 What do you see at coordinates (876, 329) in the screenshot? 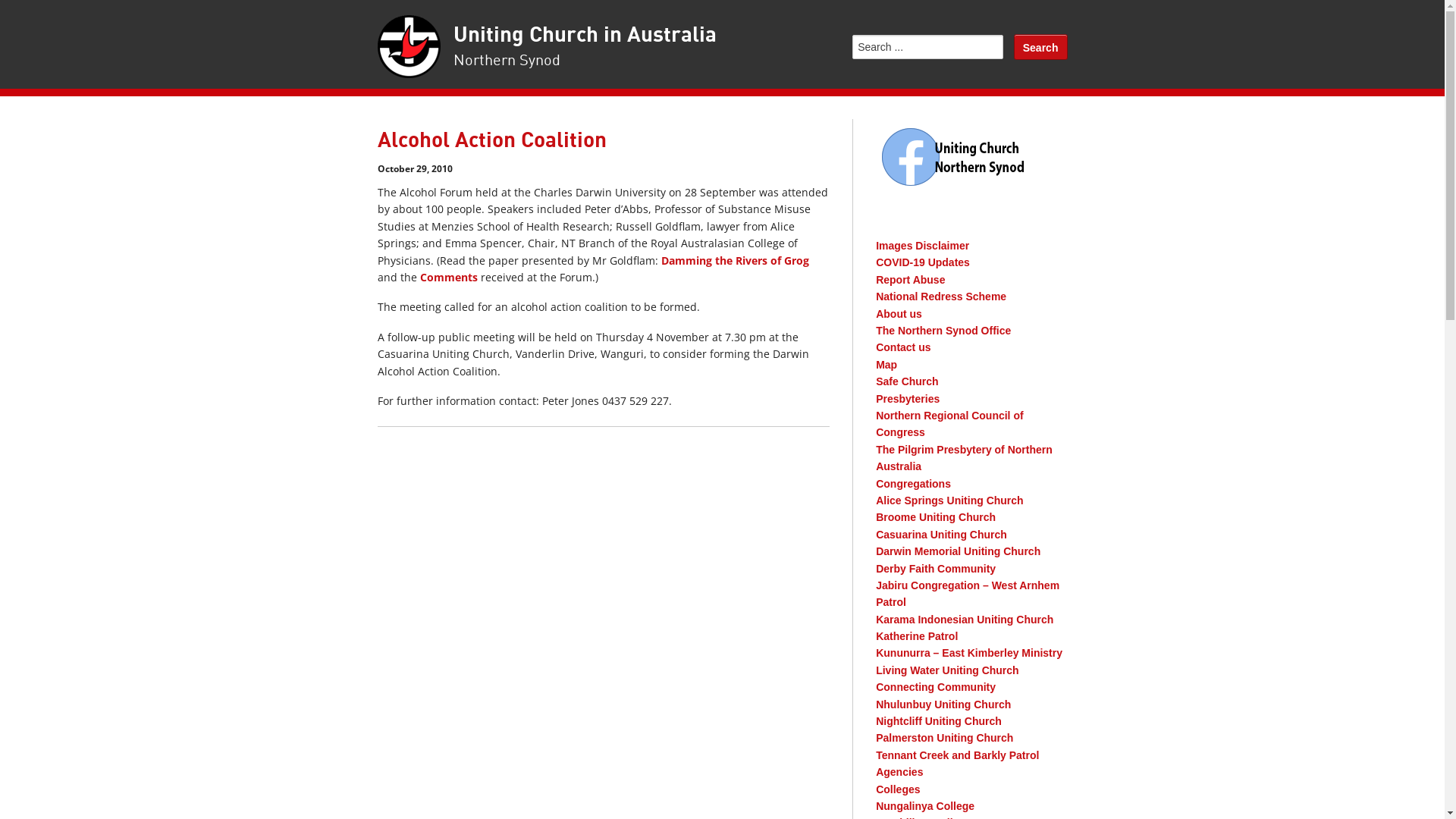
I see `'The Northern Synod Office'` at bounding box center [876, 329].